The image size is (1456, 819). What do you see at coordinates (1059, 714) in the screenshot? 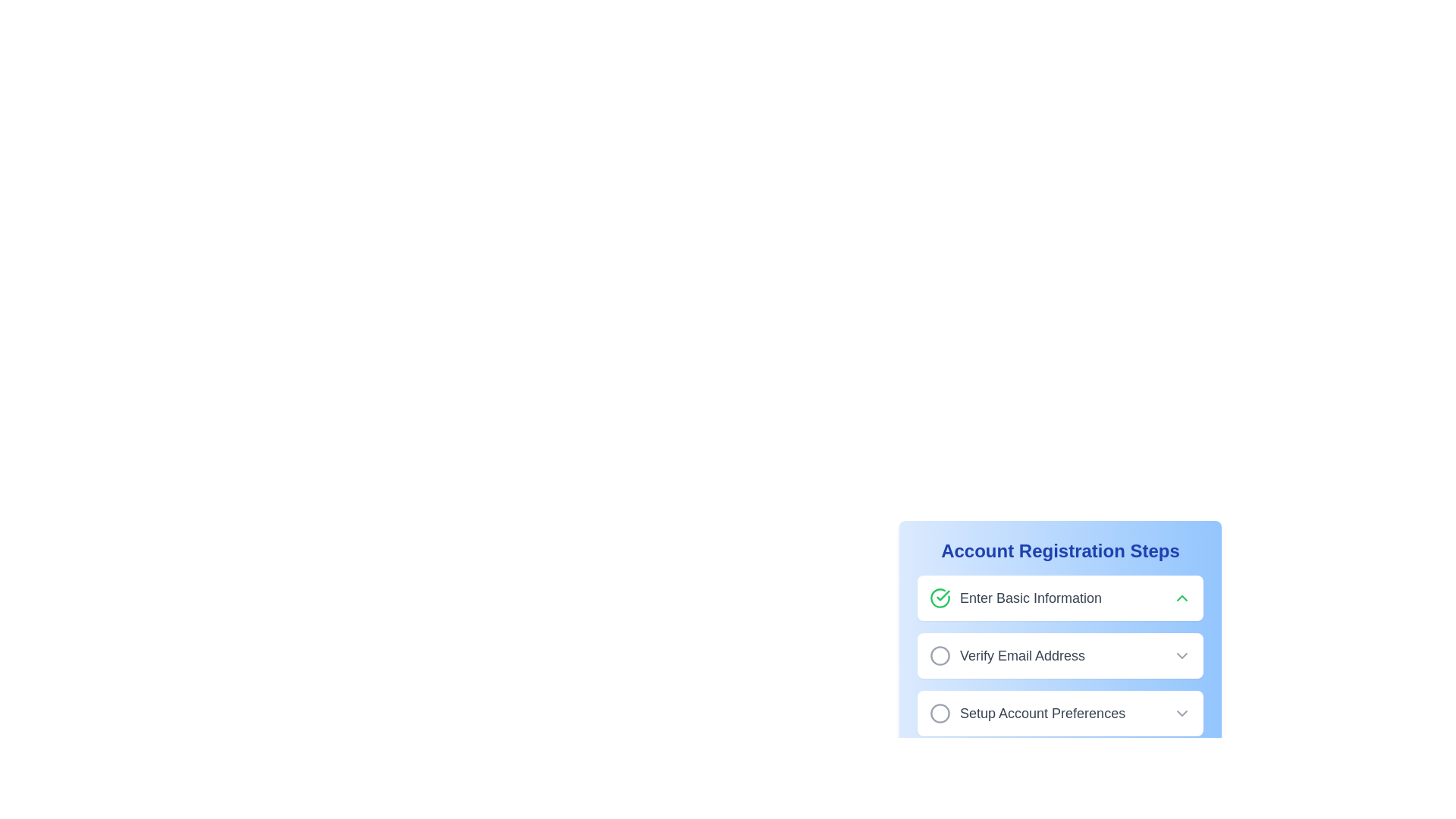
I see `the third item in the collapsible list, which contains the text 'Setup Account Preferences' and is styled with a white background and rounded corners` at bounding box center [1059, 714].